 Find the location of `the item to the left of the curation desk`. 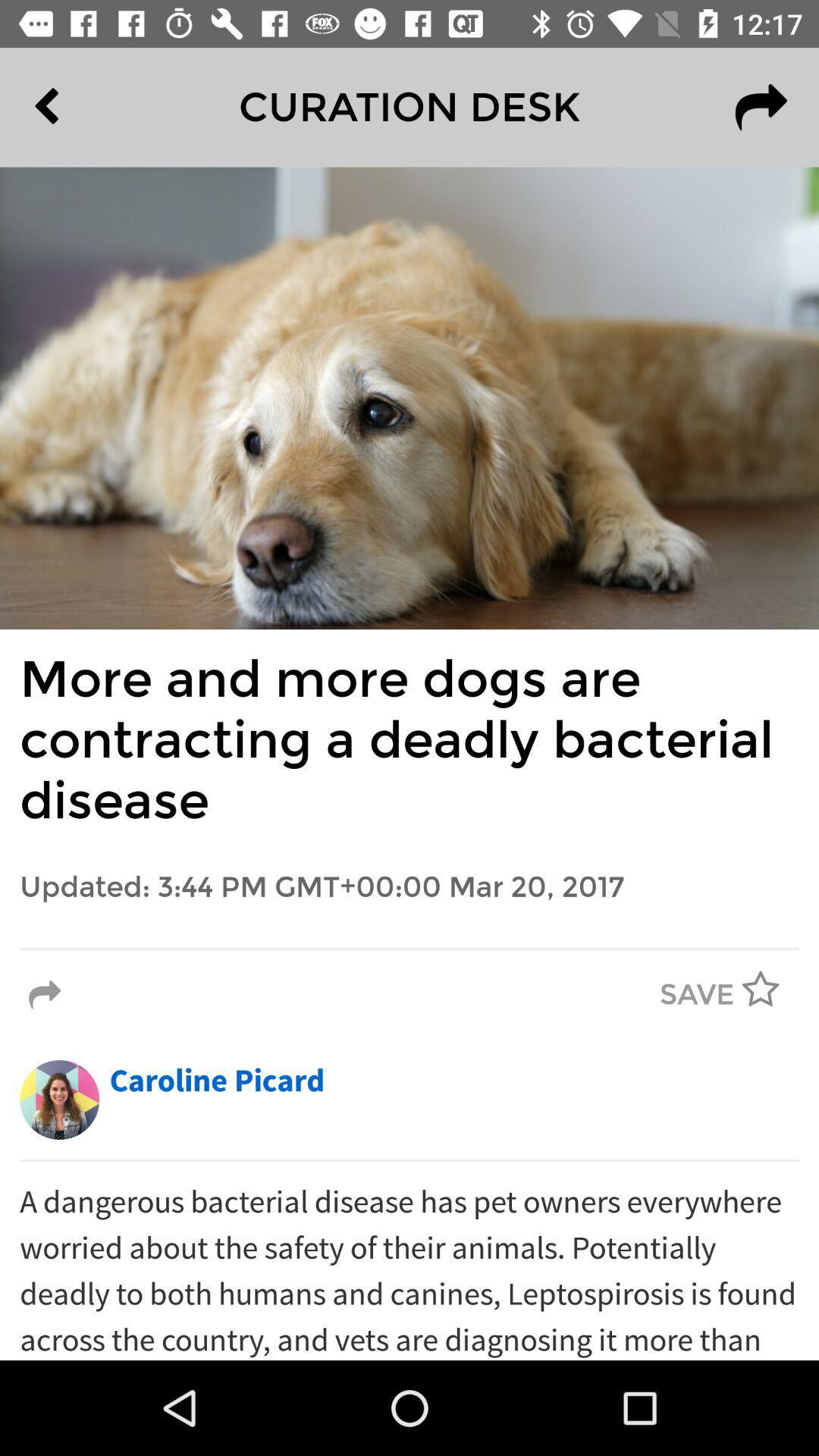

the item to the left of the curation desk is located at coordinates (81, 106).